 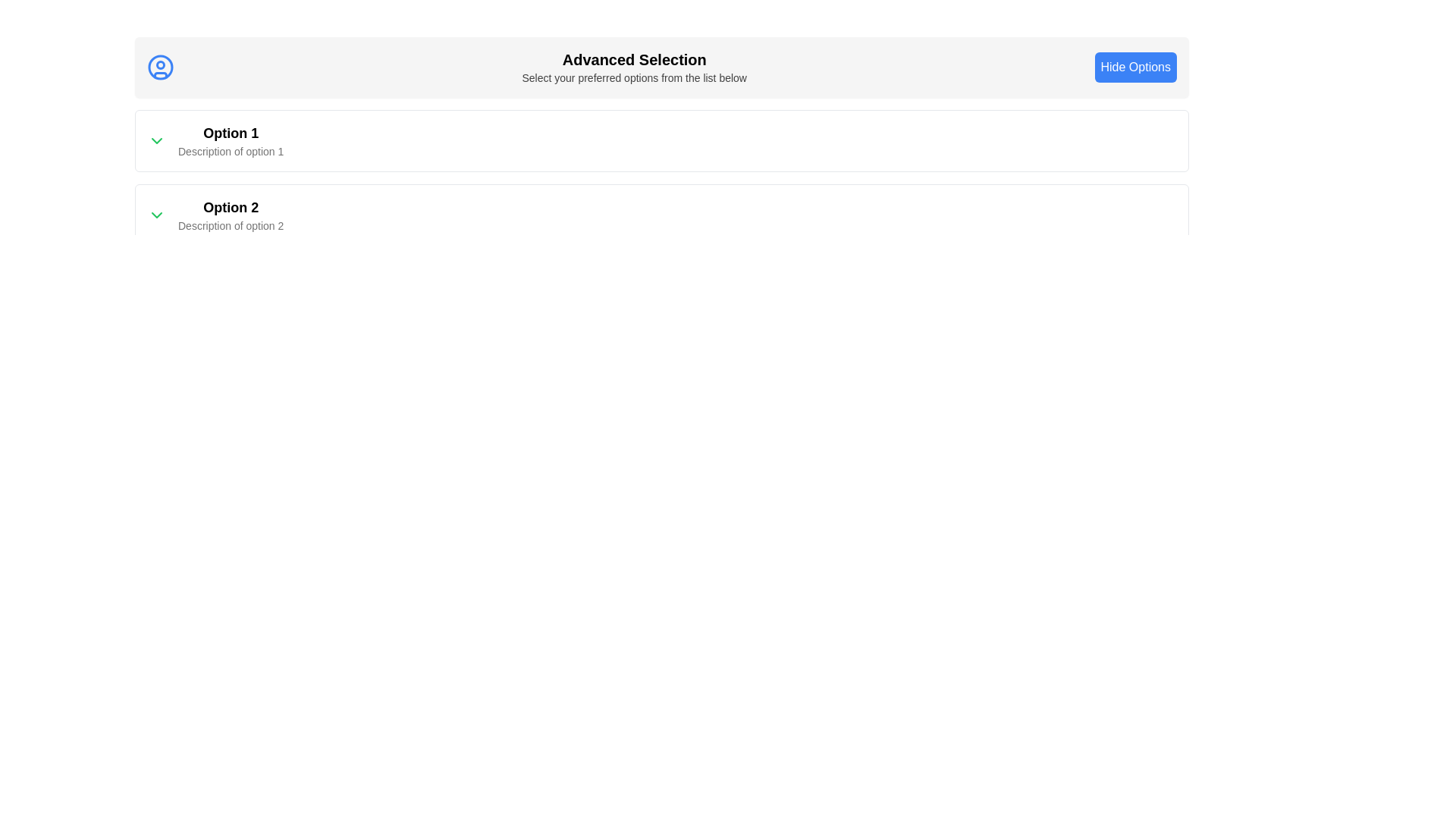 What do you see at coordinates (230, 207) in the screenshot?
I see `the bold text label displaying 'Option 2' to use it as a reference for associated interactive components` at bounding box center [230, 207].